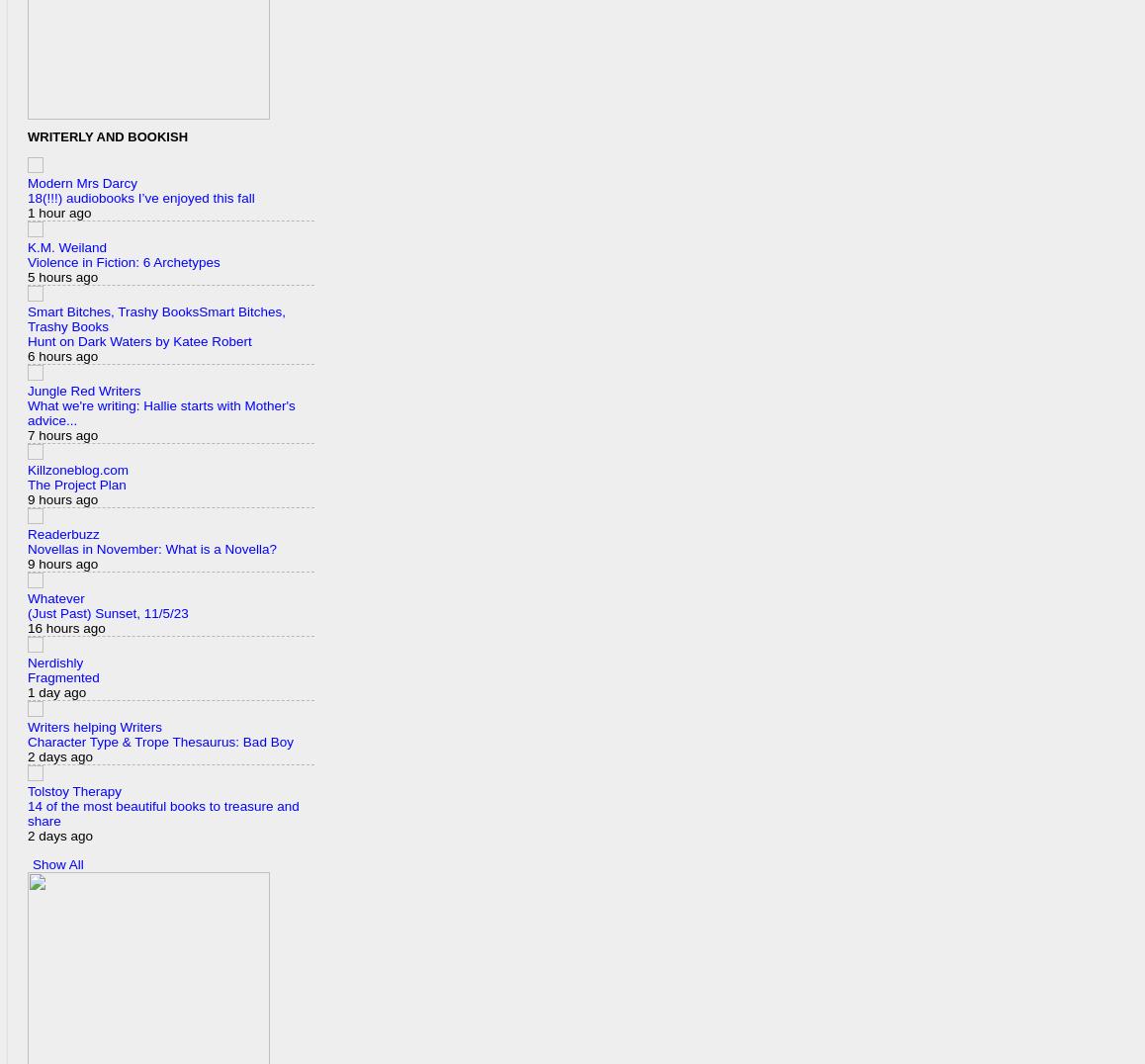  I want to click on 'Readerbuzz', so click(27, 533).